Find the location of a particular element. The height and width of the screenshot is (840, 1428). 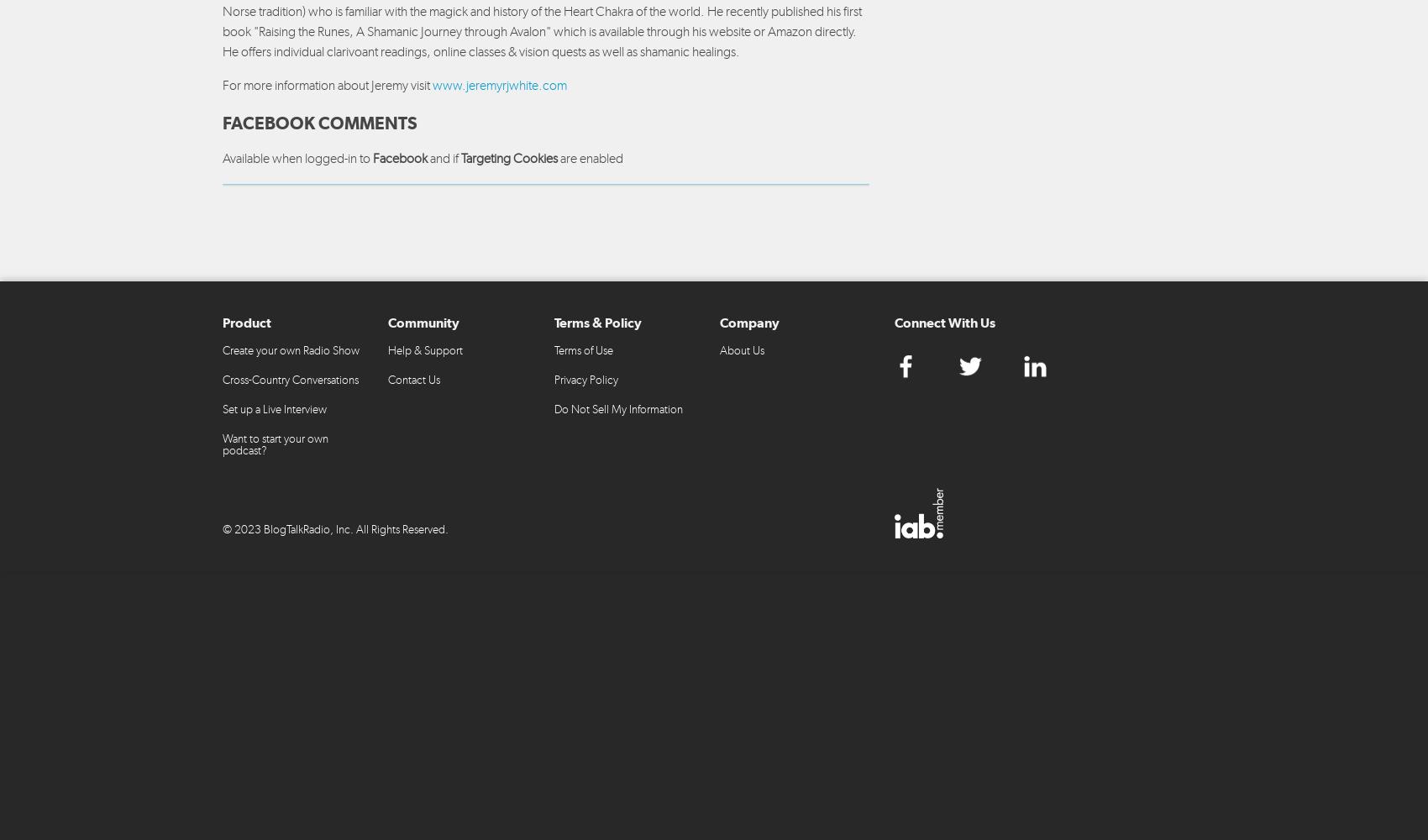

'©
                2023 BlogTalkRadio, Inc. All Rights Reserved.' is located at coordinates (334, 528).